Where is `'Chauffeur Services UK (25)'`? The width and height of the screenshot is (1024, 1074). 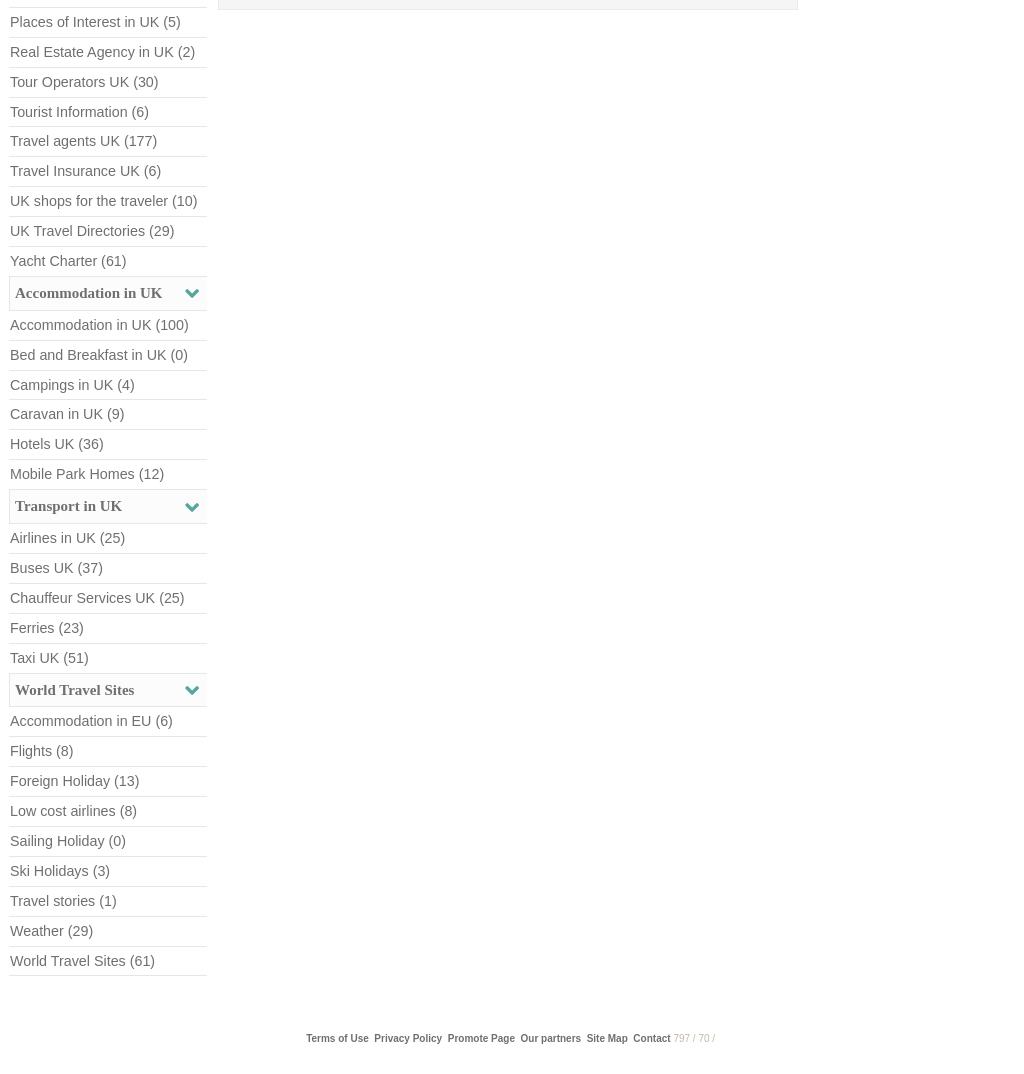
'Chauffeur Services UK (25)' is located at coordinates (96, 597).